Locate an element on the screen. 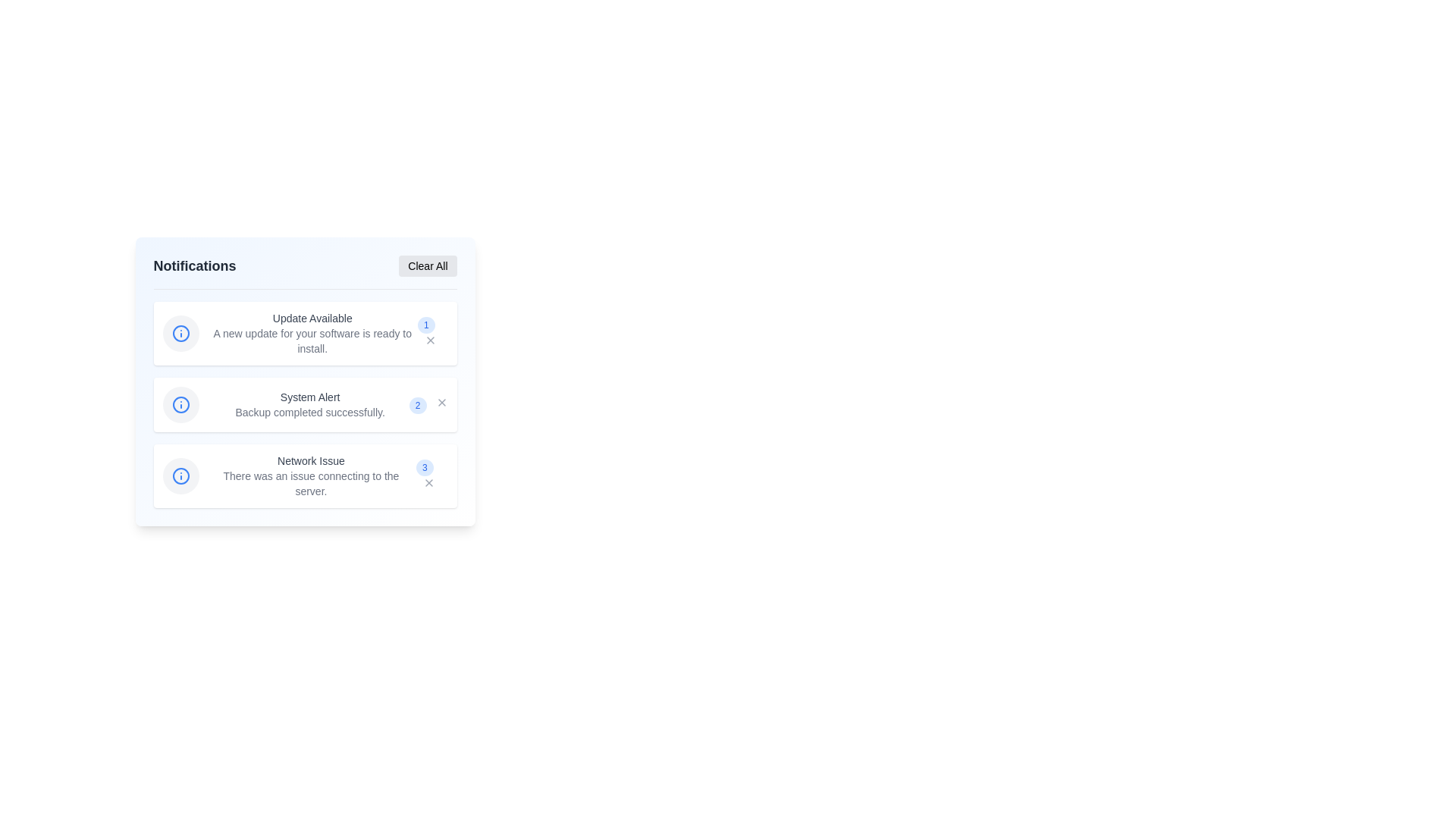 This screenshot has width=1456, height=819. text content of the notification displaying 'System Alert' above 'Backup completed successfully.' is located at coordinates (309, 403).